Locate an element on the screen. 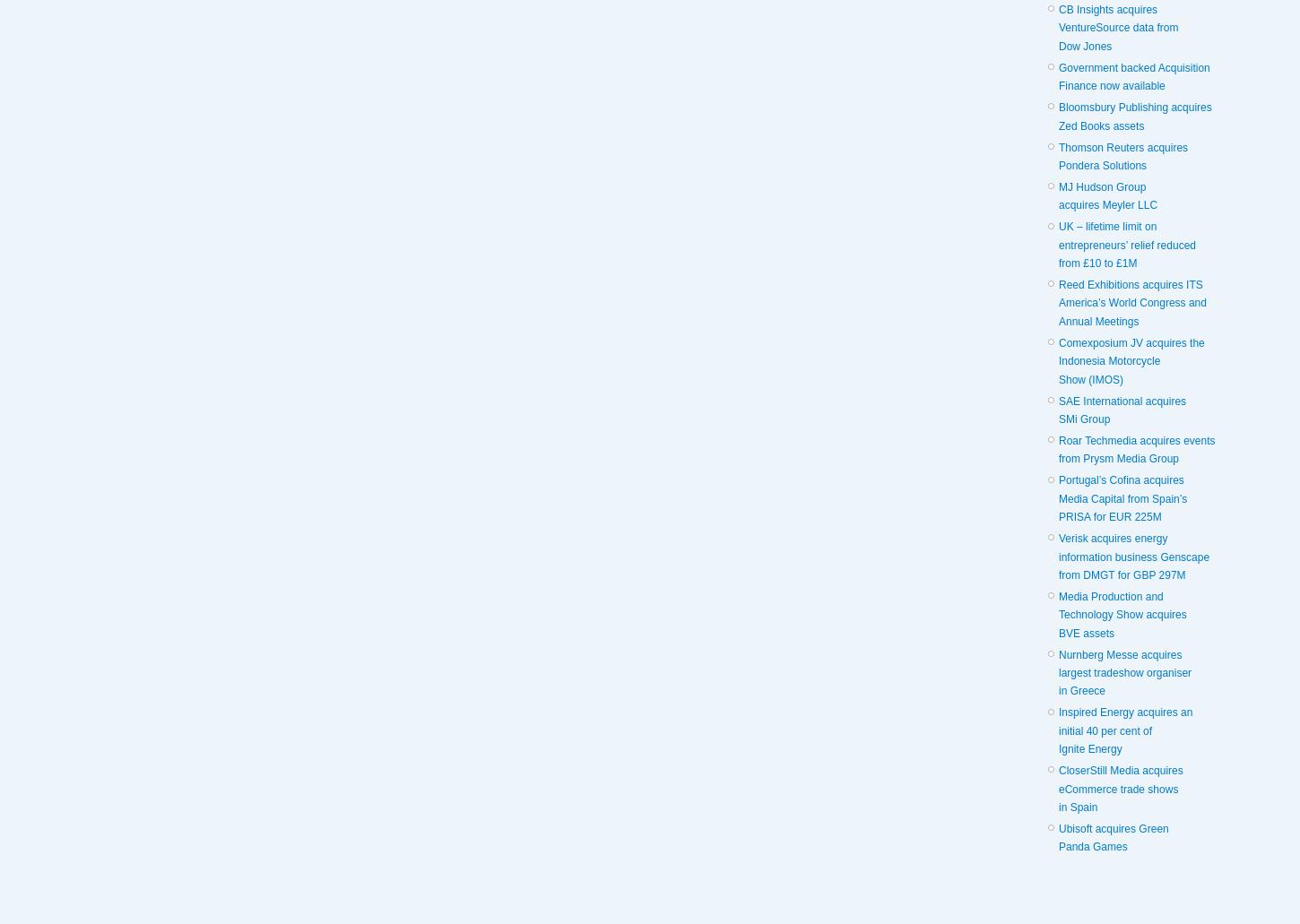 This screenshot has height=924, width=1300. 'MJ Hudson Group acquires Meyler LLC' is located at coordinates (1109, 195).